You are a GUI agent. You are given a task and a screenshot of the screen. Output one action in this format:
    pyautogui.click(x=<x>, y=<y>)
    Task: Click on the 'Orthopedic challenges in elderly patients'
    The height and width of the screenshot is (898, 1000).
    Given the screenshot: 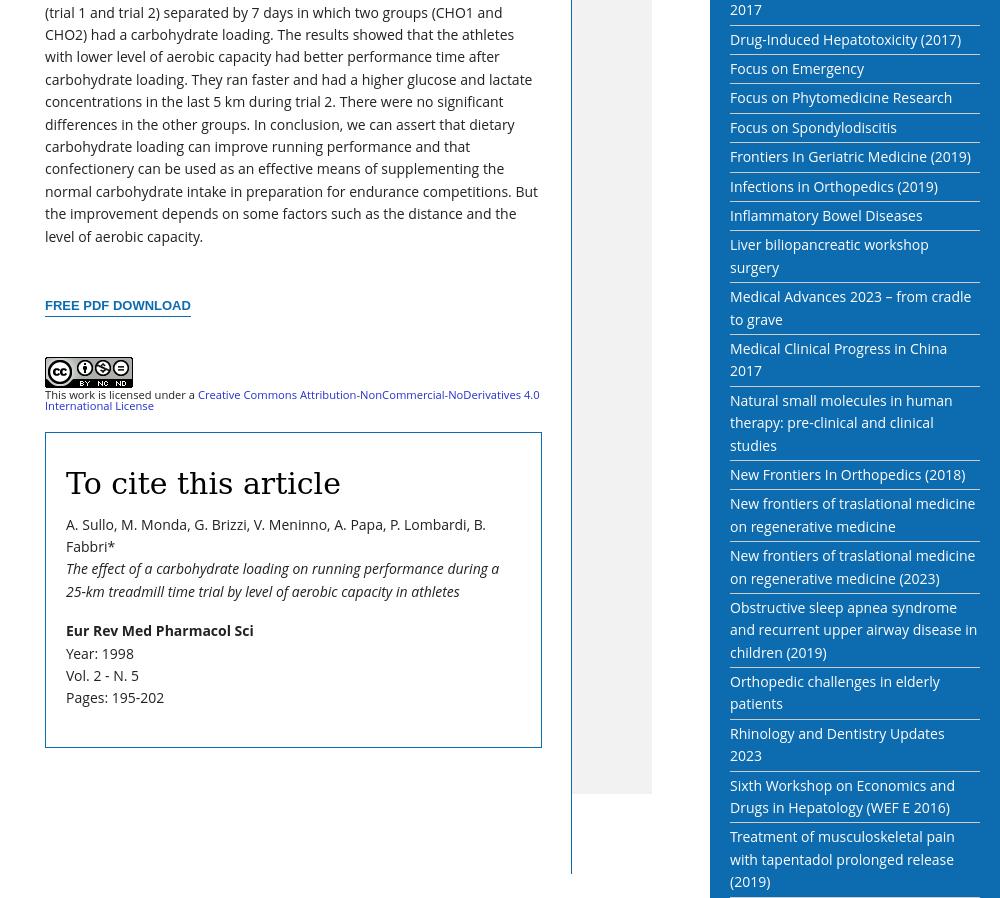 What is the action you would take?
    pyautogui.click(x=833, y=692)
    